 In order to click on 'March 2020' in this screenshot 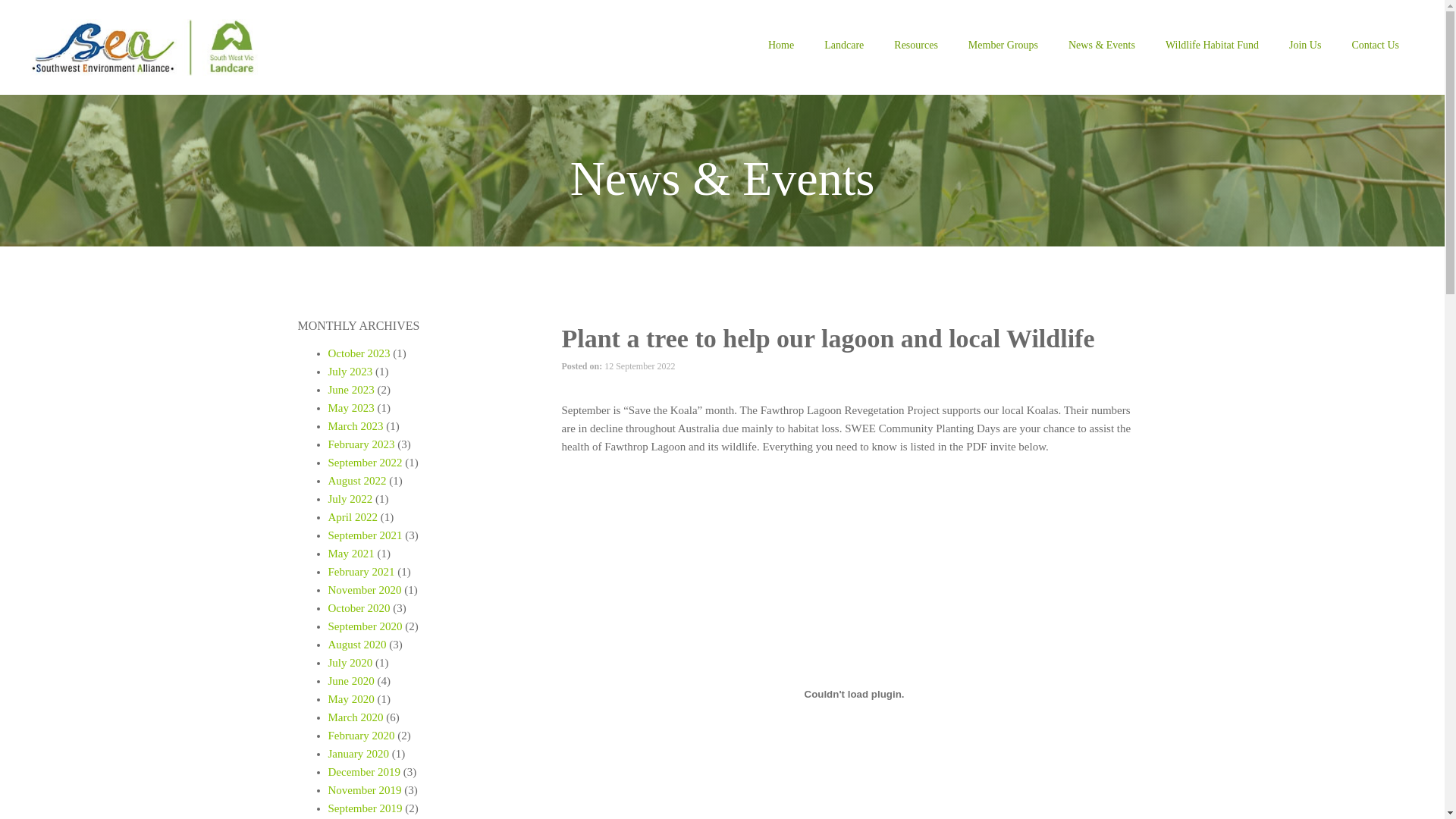, I will do `click(354, 717)`.